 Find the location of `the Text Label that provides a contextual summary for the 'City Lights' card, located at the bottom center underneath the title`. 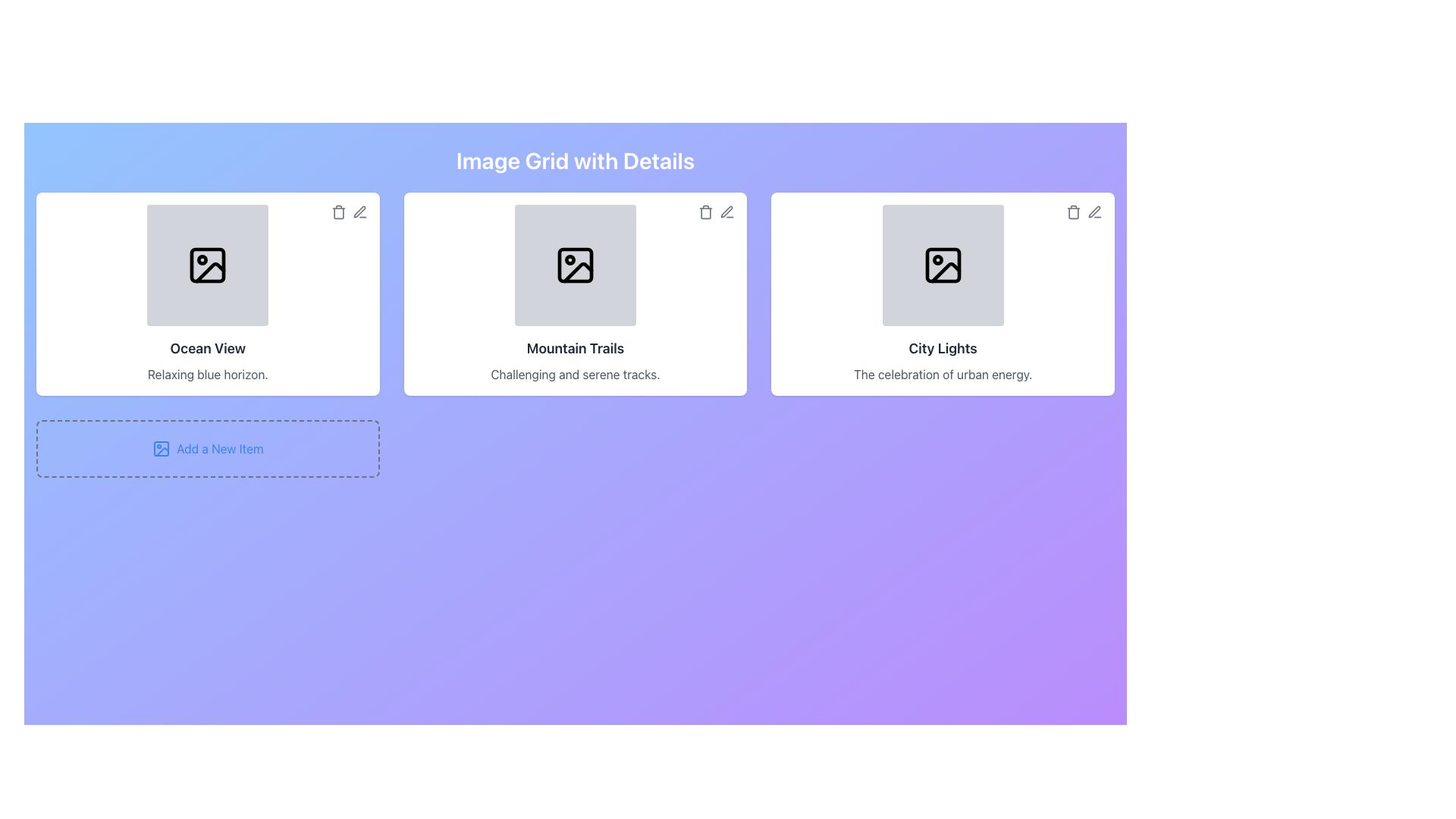

the Text Label that provides a contextual summary for the 'City Lights' card, located at the bottom center underneath the title is located at coordinates (942, 374).